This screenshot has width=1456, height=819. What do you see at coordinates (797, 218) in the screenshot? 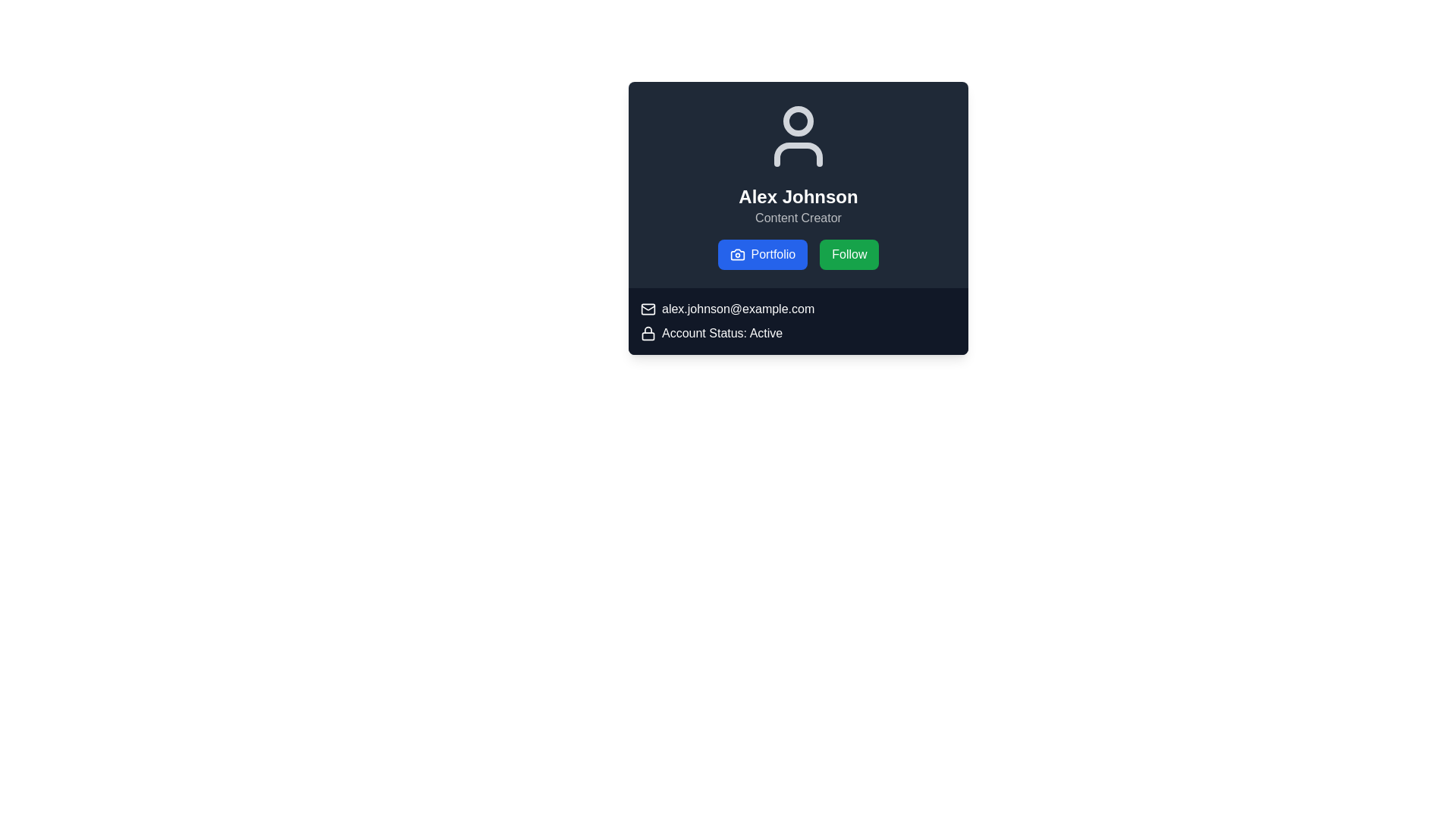
I see `the Text Label displaying 'Content Creator', which is located below 'Alex Johnson' and above the buttons 'Portfolio' and 'Follow'` at bounding box center [797, 218].